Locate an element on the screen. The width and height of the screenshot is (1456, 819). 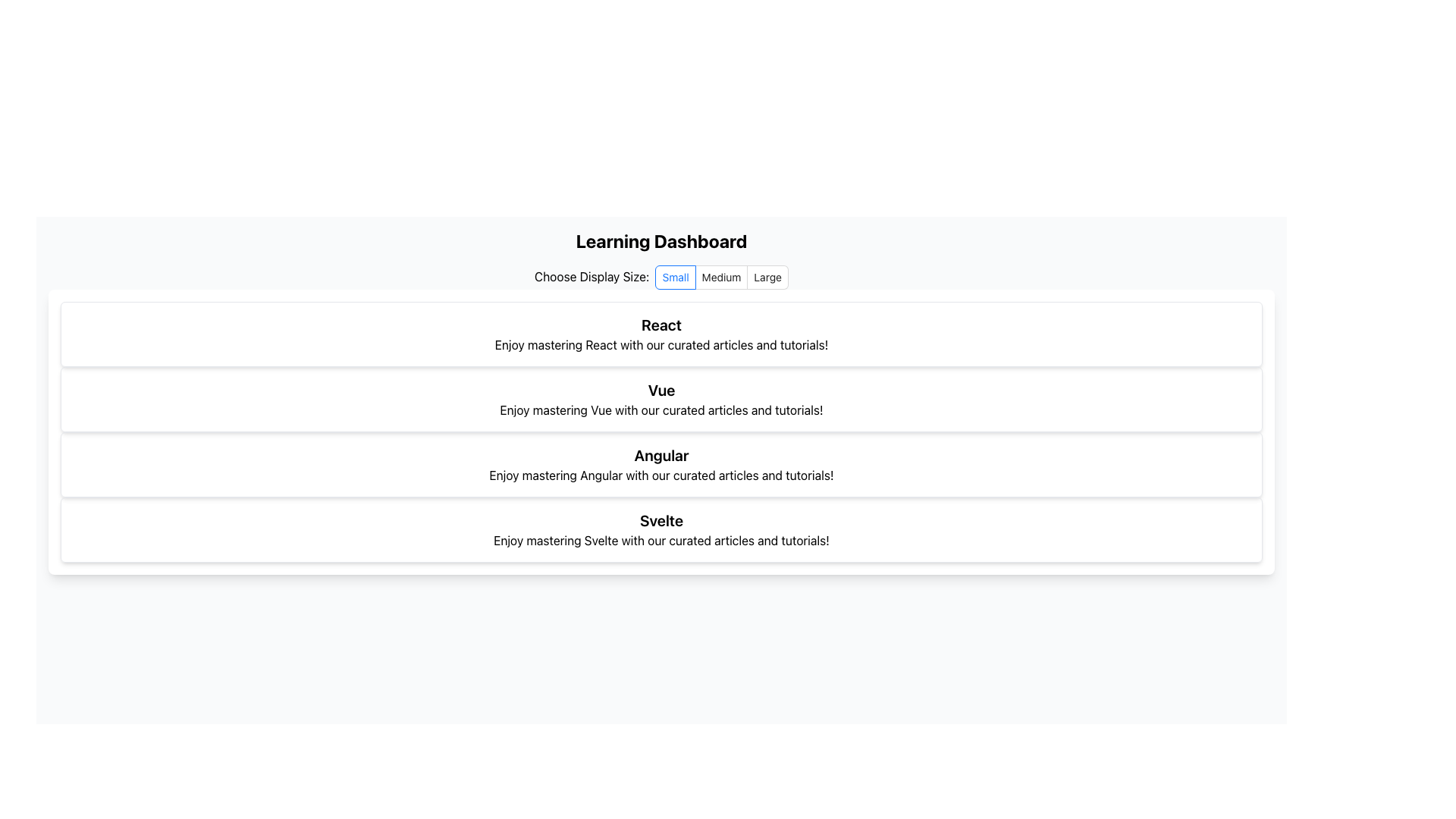
the rightmost radio button labeled 'Large' is located at coordinates (767, 278).